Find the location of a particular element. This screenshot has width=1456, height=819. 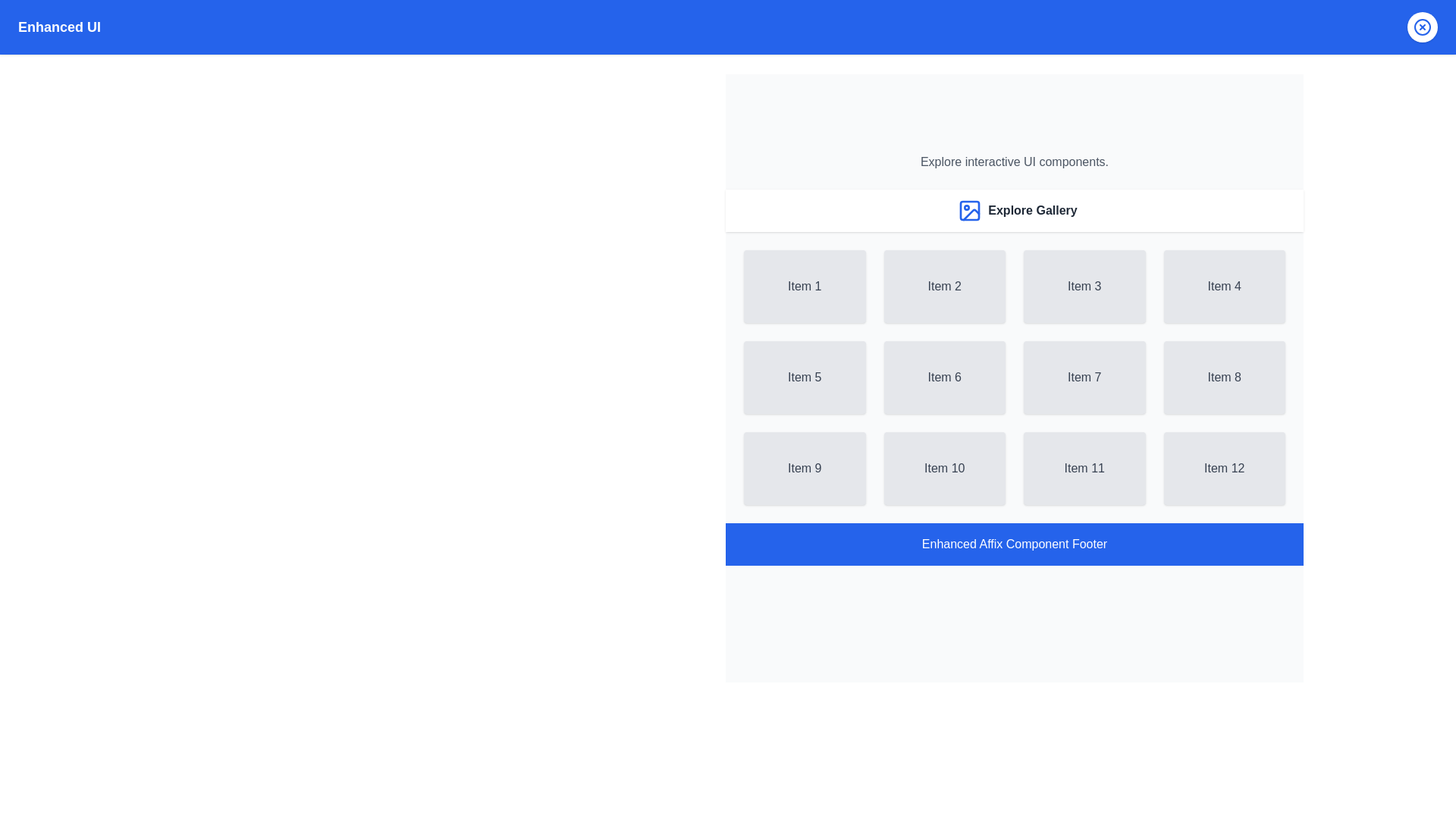

the second card in the grid layout, which has a light gray background and contains the label 'Item 2' is located at coordinates (943, 287).